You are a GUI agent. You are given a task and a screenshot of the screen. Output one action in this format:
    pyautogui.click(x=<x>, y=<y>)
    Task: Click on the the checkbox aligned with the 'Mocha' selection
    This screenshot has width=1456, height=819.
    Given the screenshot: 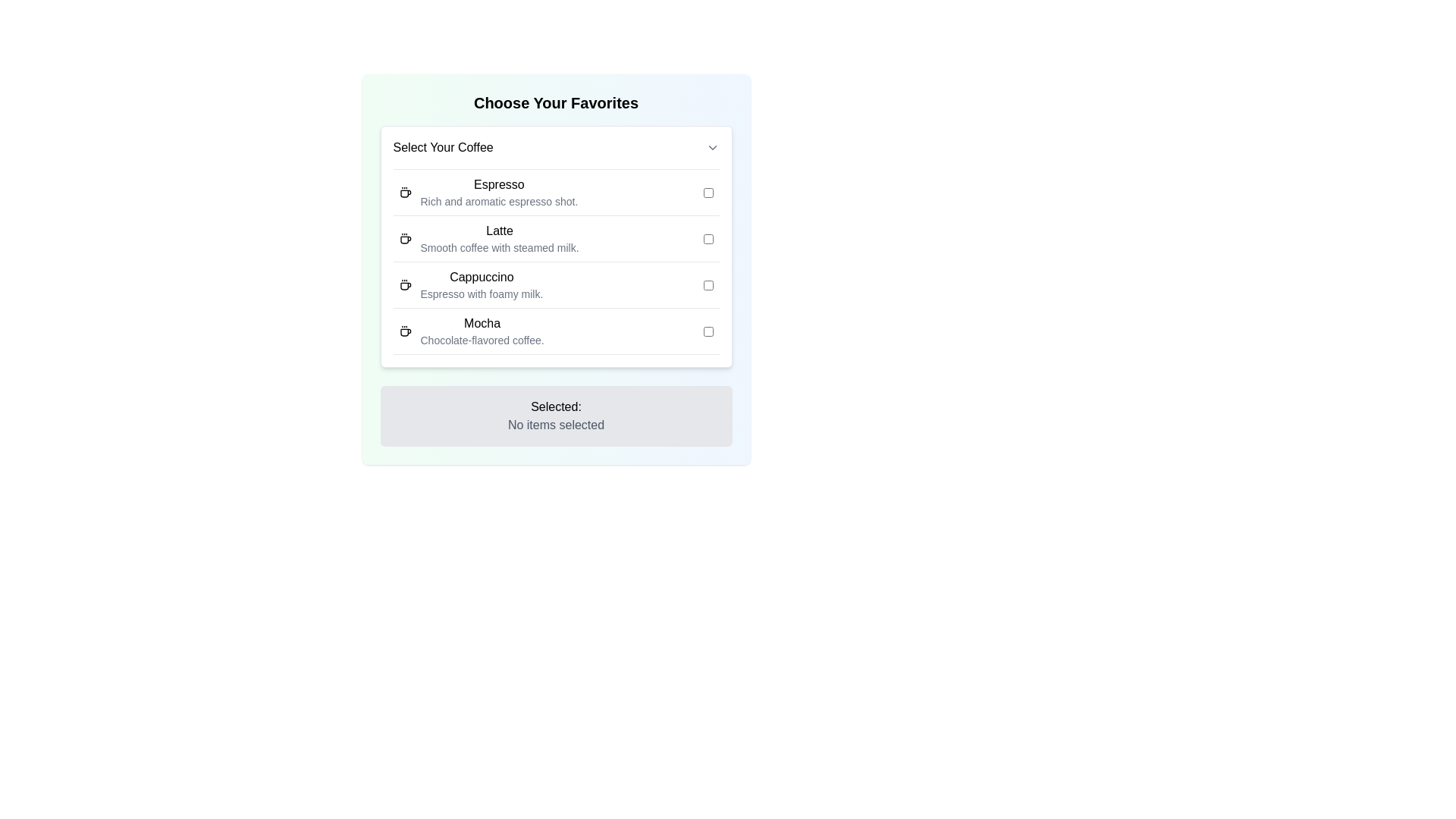 What is the action you would take?
    pyautogui.click(x=708, y=330)
    